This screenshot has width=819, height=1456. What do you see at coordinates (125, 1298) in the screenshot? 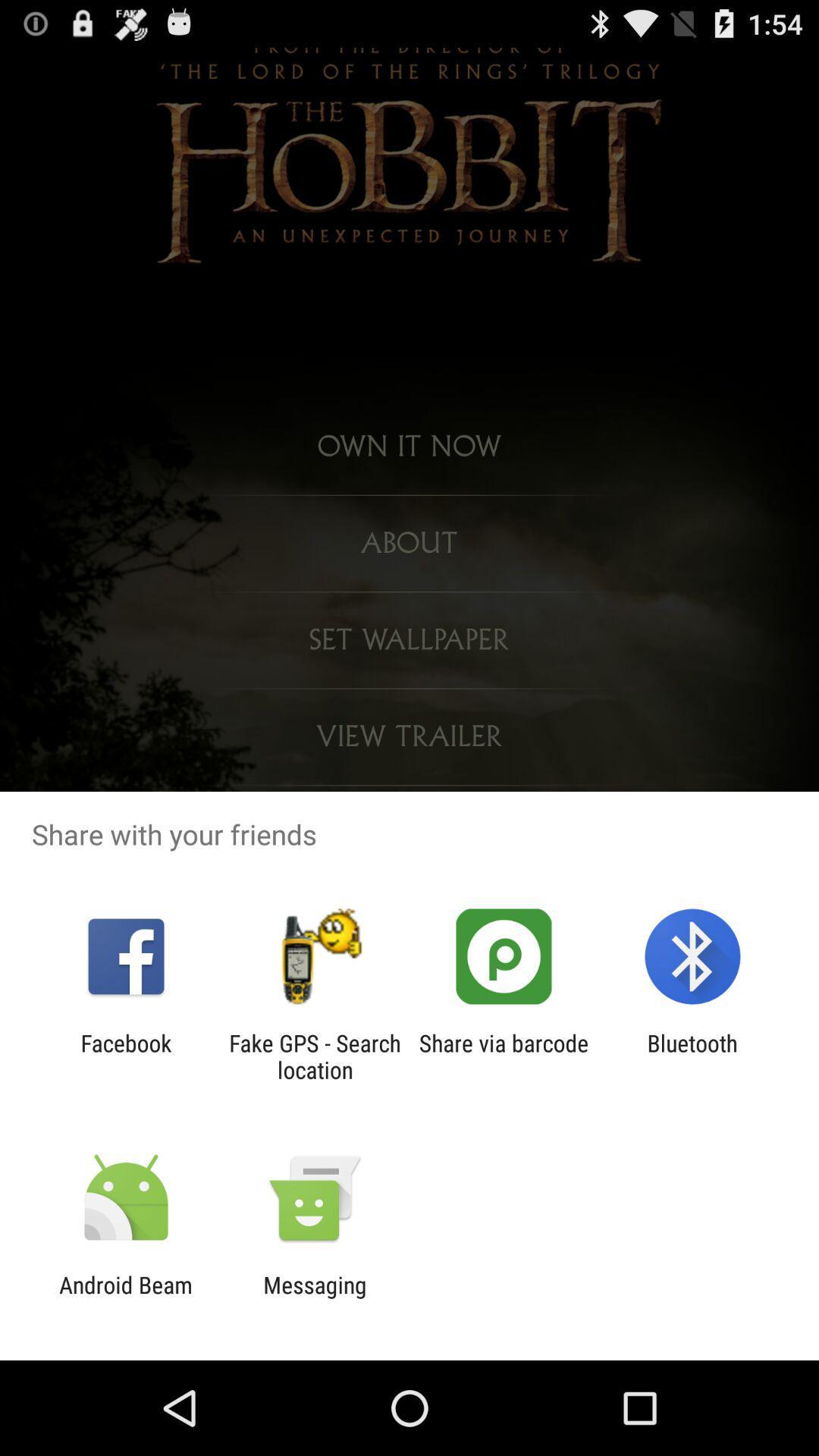
I see `the app to the left of messaging` at bounding box center [125, 1298].